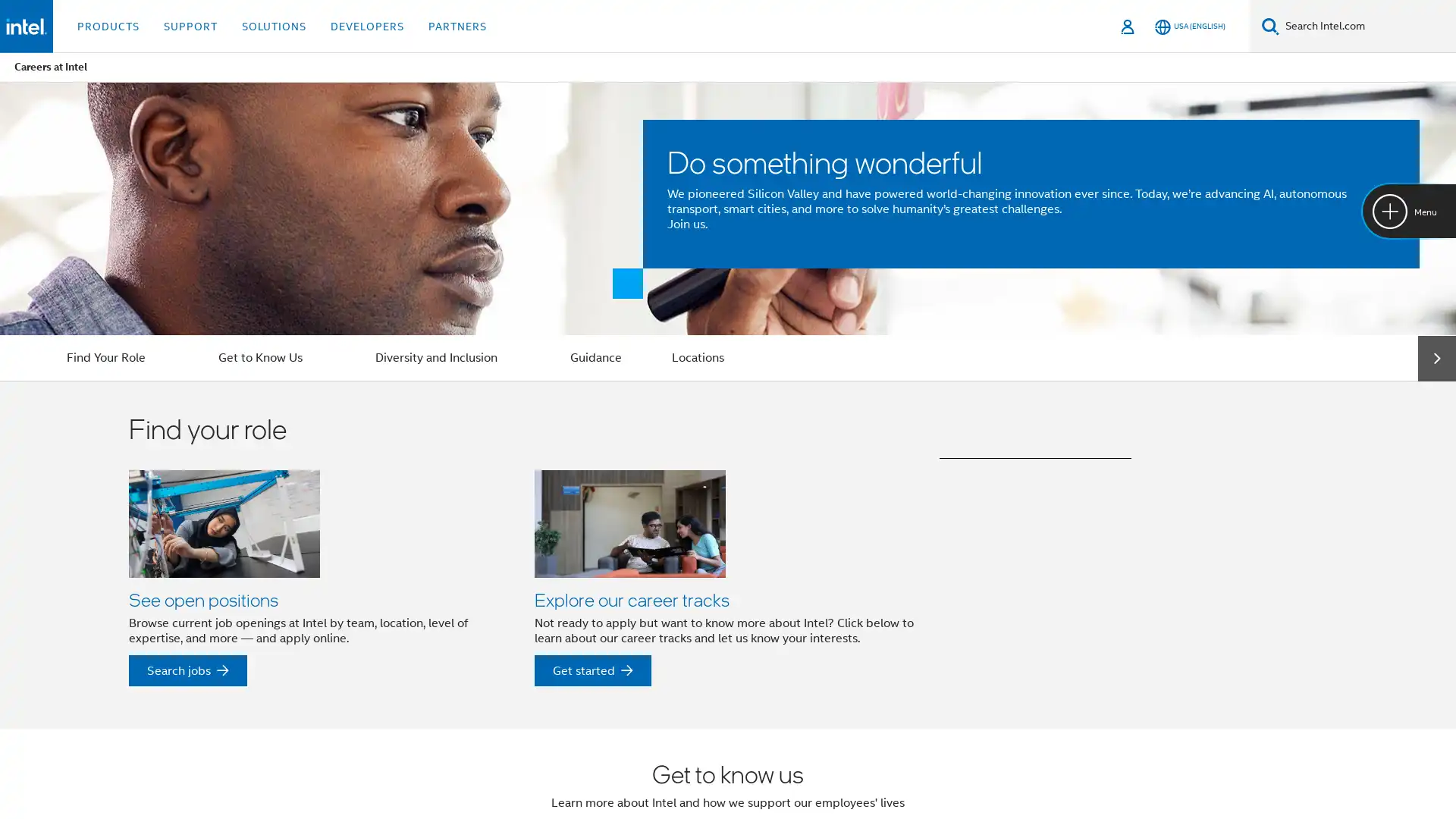 This screenshot has width=1456, height=819. I want to click on Find your role See open positions Browse current job openings at Intel by team, location, level of expertise, and more  and apply online. See open positions Search jobs Explore our career tracks Not ready to apply but want to know more about Intel? Click below to learn about our career tracks and let us know your interests. Explore our career tracks Get started See our Rotation Opportunities Discover more about our rotational opportunities for Interns and college graduates. See our Rotation Opportunities Find out more, so click(728, 555).